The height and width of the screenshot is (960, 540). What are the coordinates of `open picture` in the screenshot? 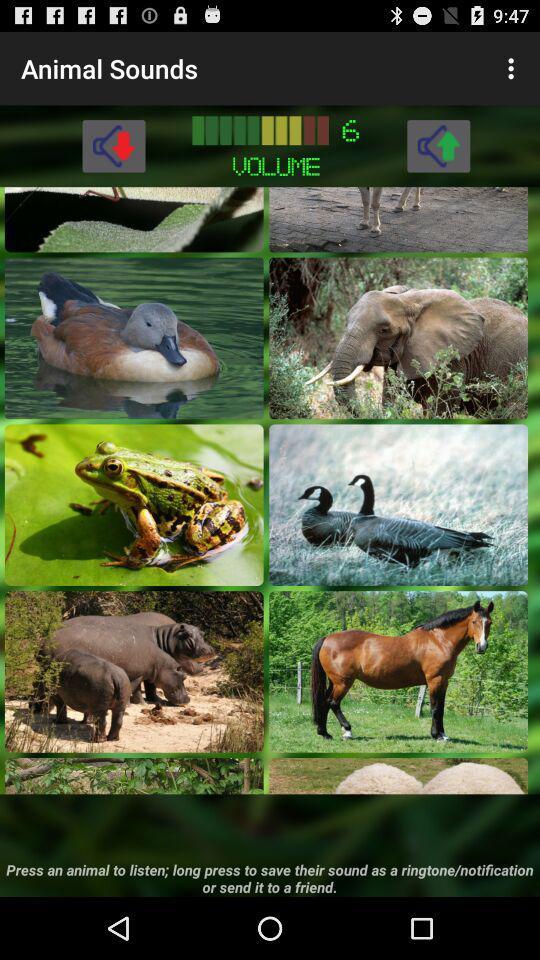 It's located at (134, 338).